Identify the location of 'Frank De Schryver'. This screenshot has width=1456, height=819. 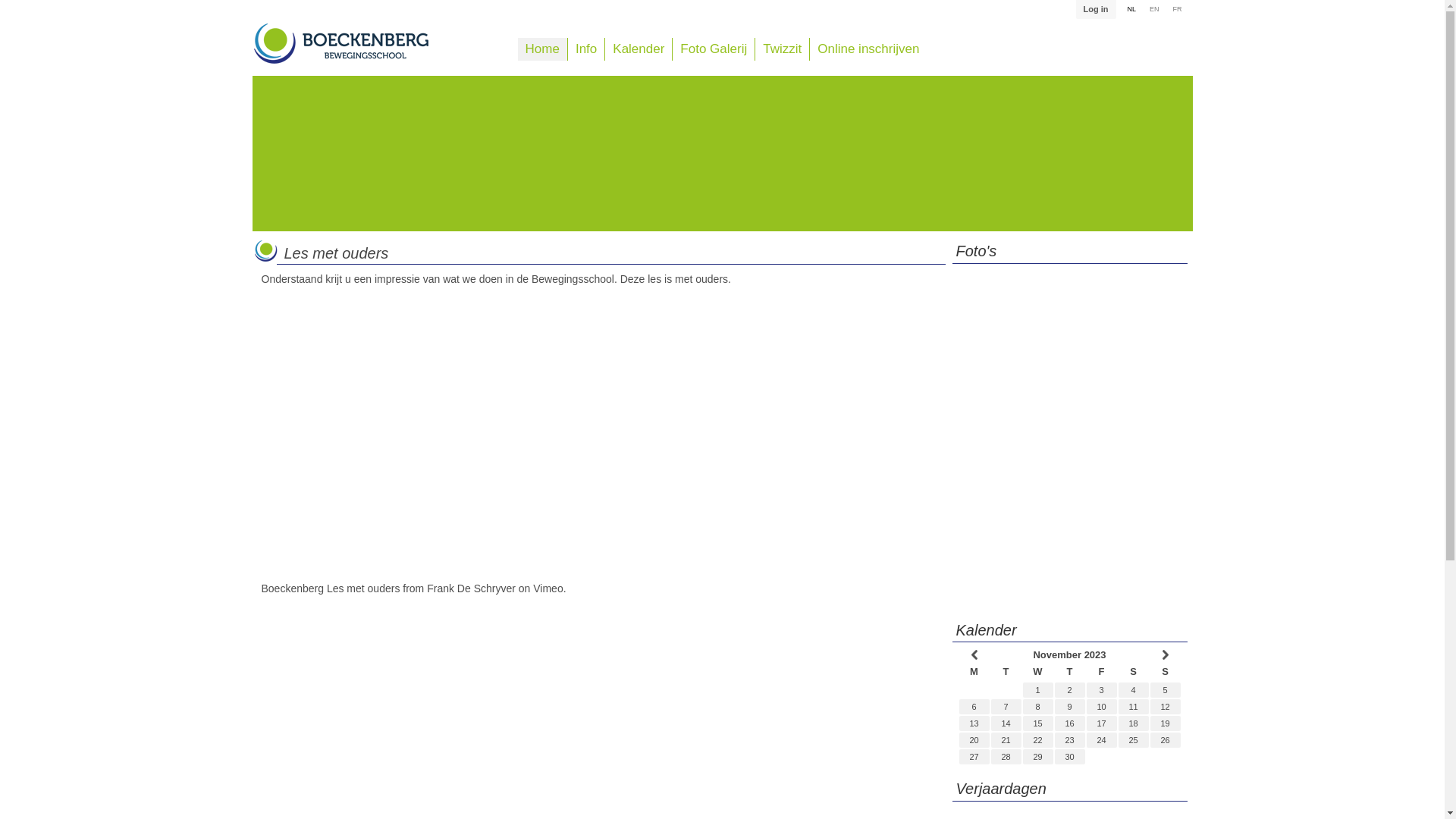
(470, 587).